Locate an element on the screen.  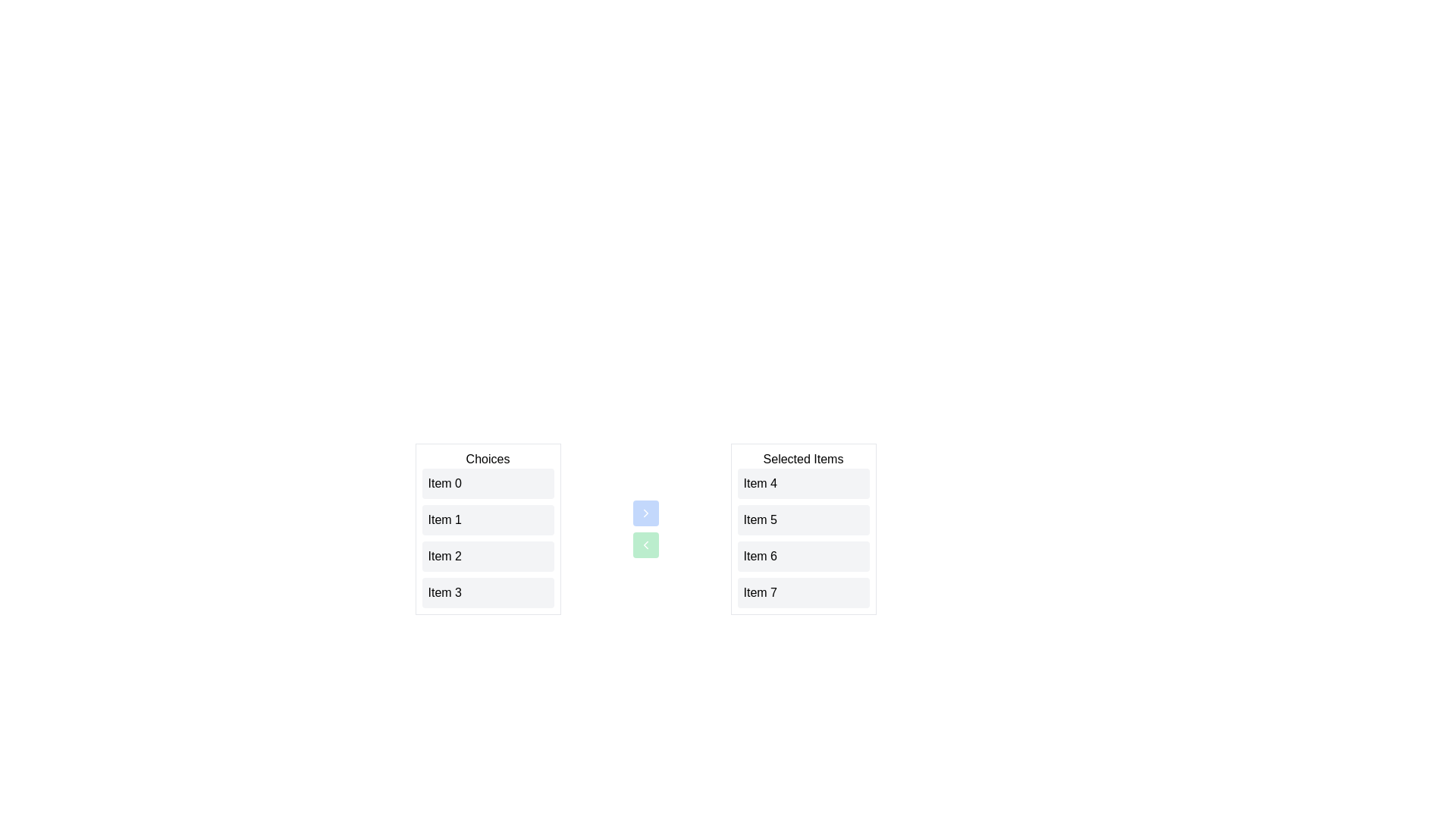
the graphical representation of the chevron arrow SVG icon located centrally within its blue button, which facilitates navigation between the 'Choices' and 'Selected Items' panels is located at coordinates (645, 513).